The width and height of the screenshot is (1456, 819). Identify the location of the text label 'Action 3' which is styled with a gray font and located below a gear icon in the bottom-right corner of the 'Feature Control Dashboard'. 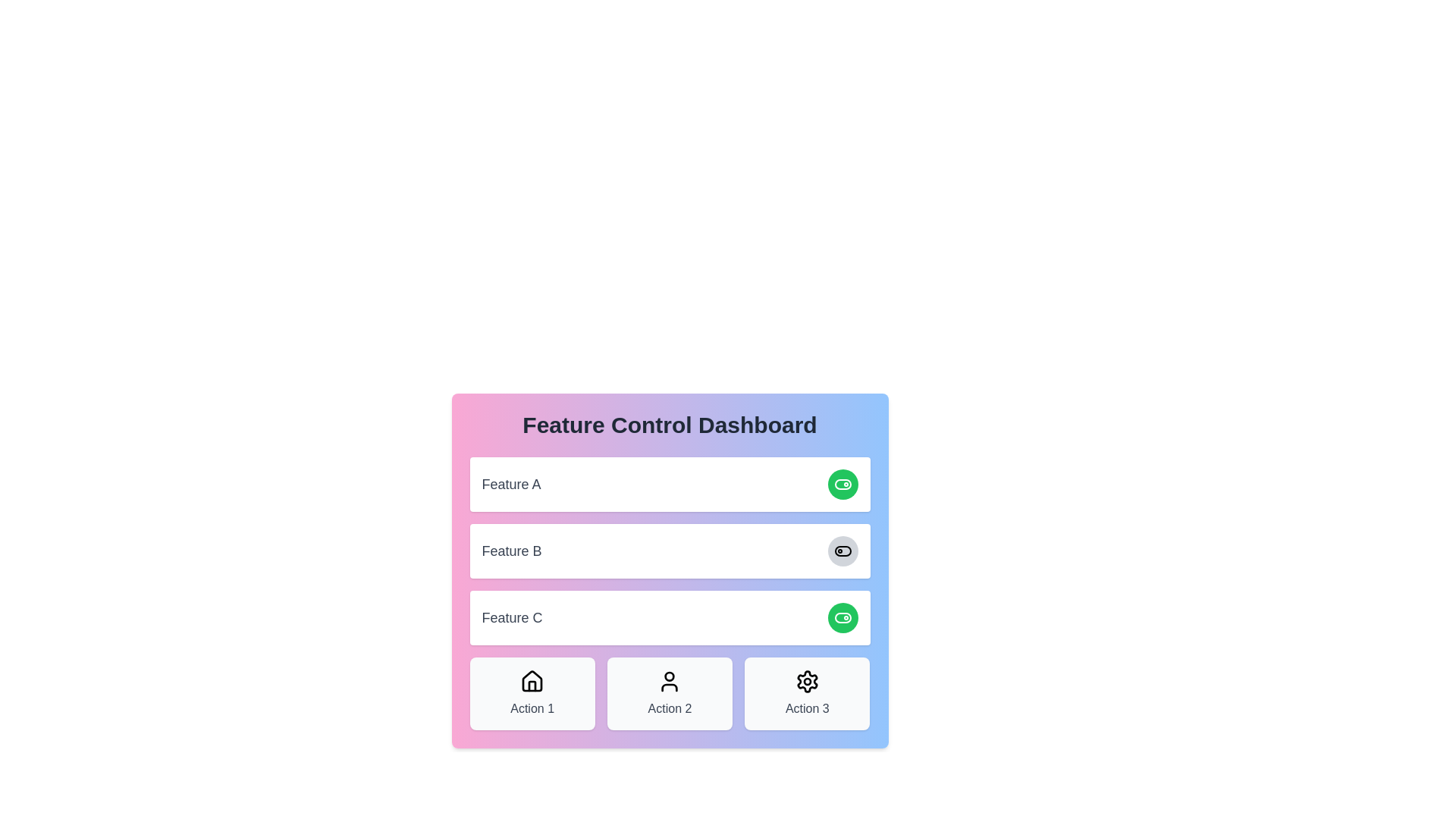
(806, 708).